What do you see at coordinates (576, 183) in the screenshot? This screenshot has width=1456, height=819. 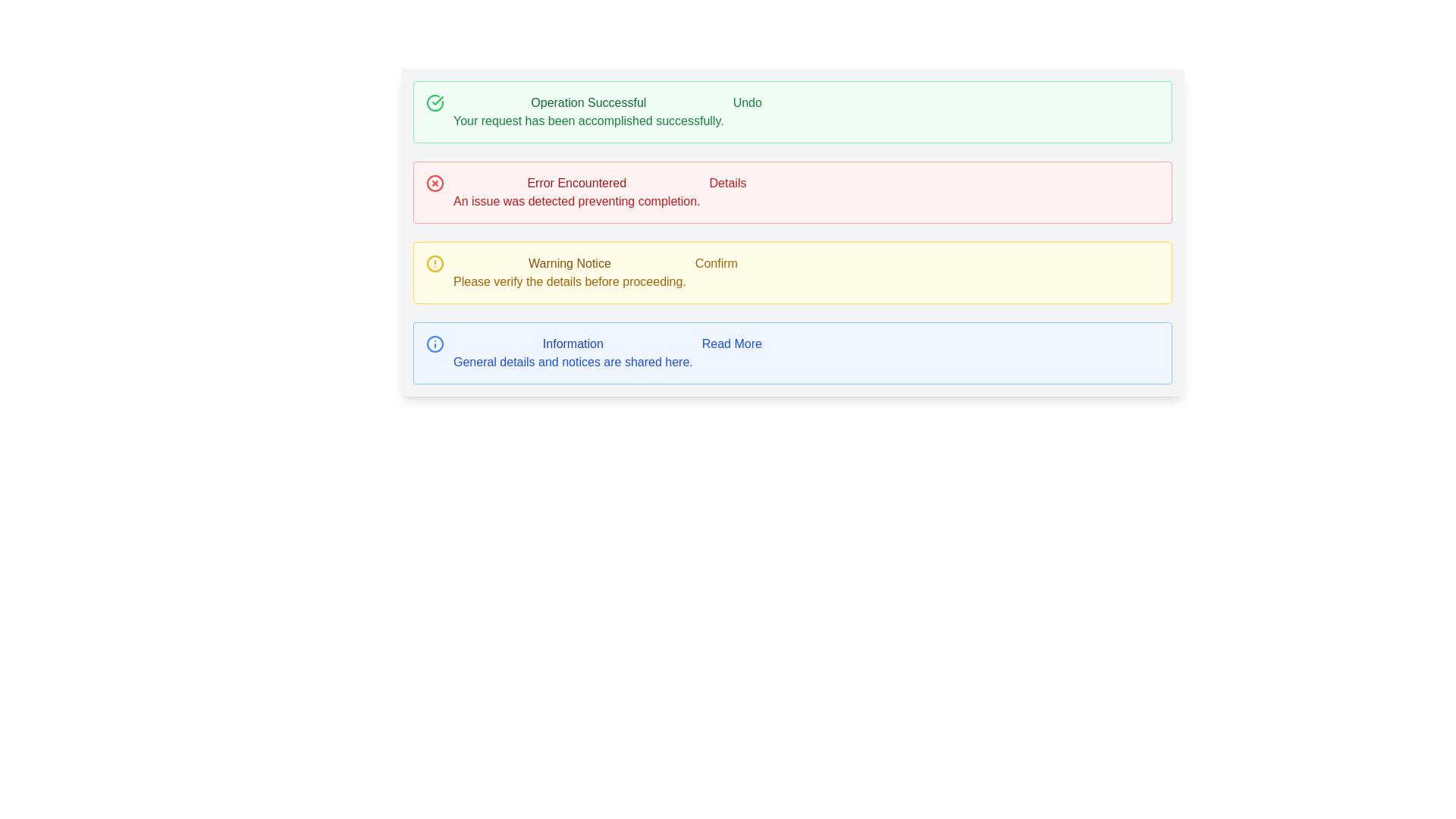 I see `text label displaying 'Error Encountered.' which is prominently styled in red within a light red background, located in the second section of the status messages layout` at bounding box center [576, 183].